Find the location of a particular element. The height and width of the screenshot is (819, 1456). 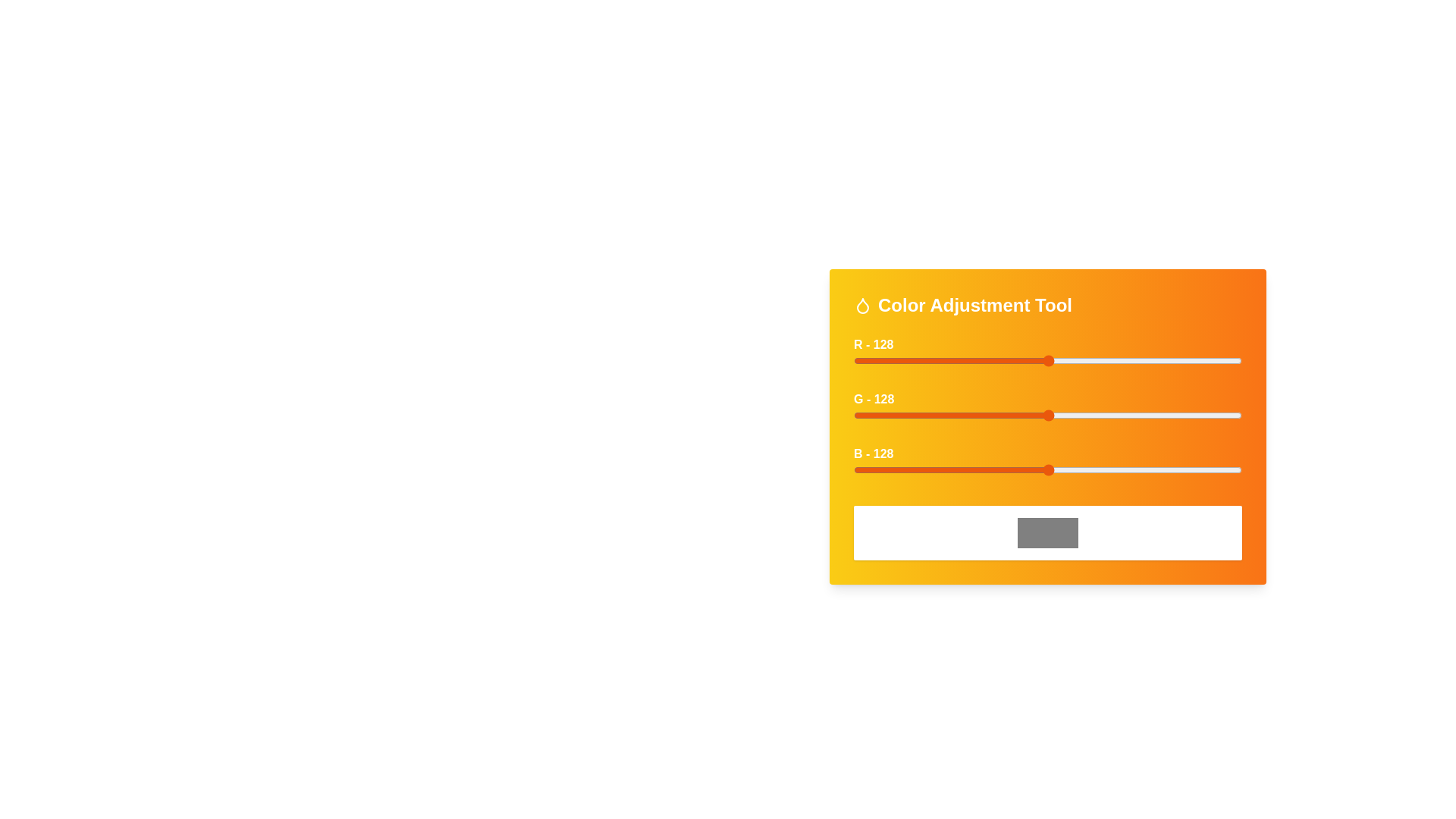

the blue slider to set the blue intensity to 95 is located at coordinates (998, 469).